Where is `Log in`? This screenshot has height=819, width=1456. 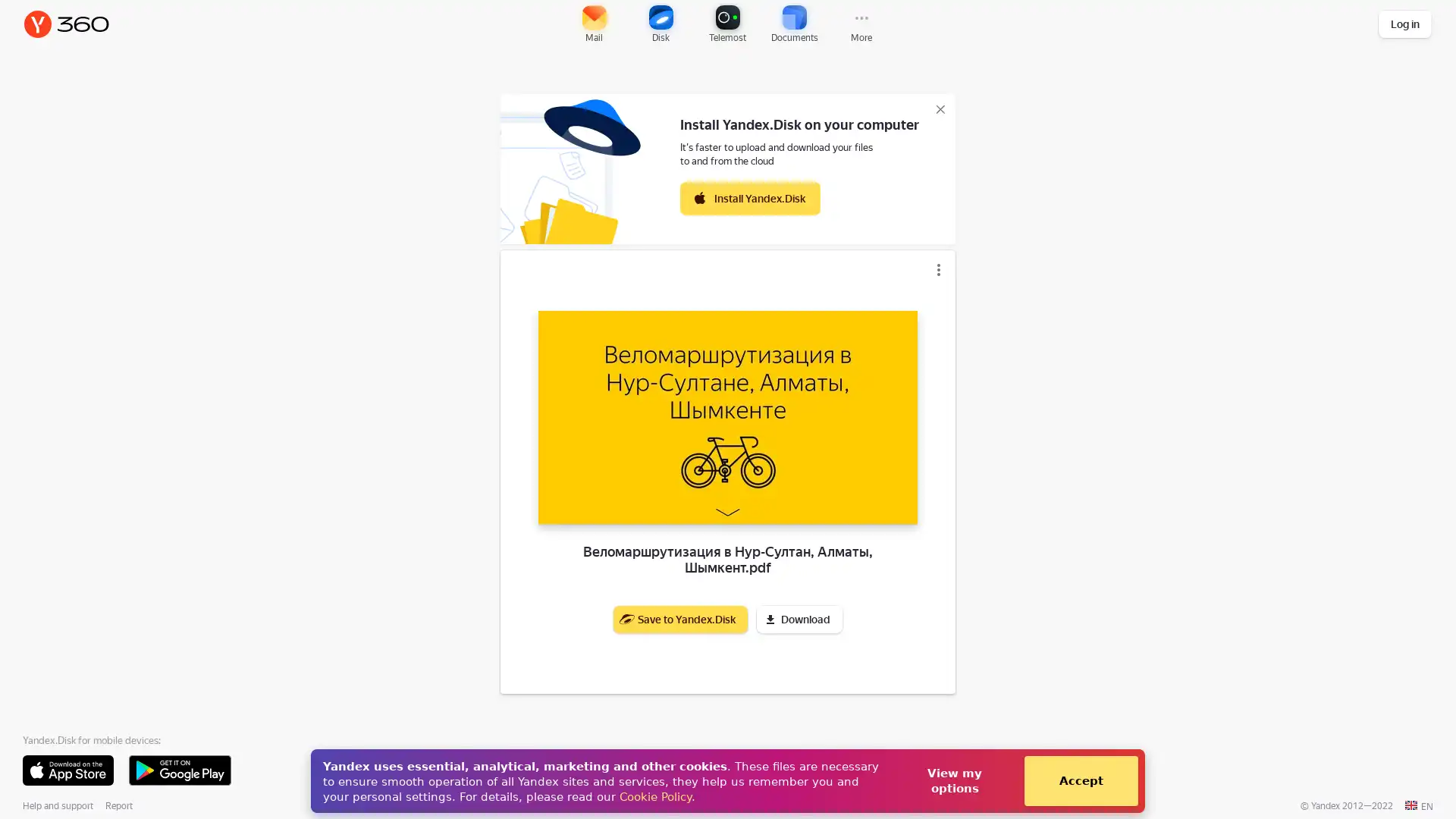
Log in is located at coordinates (1404, 24).